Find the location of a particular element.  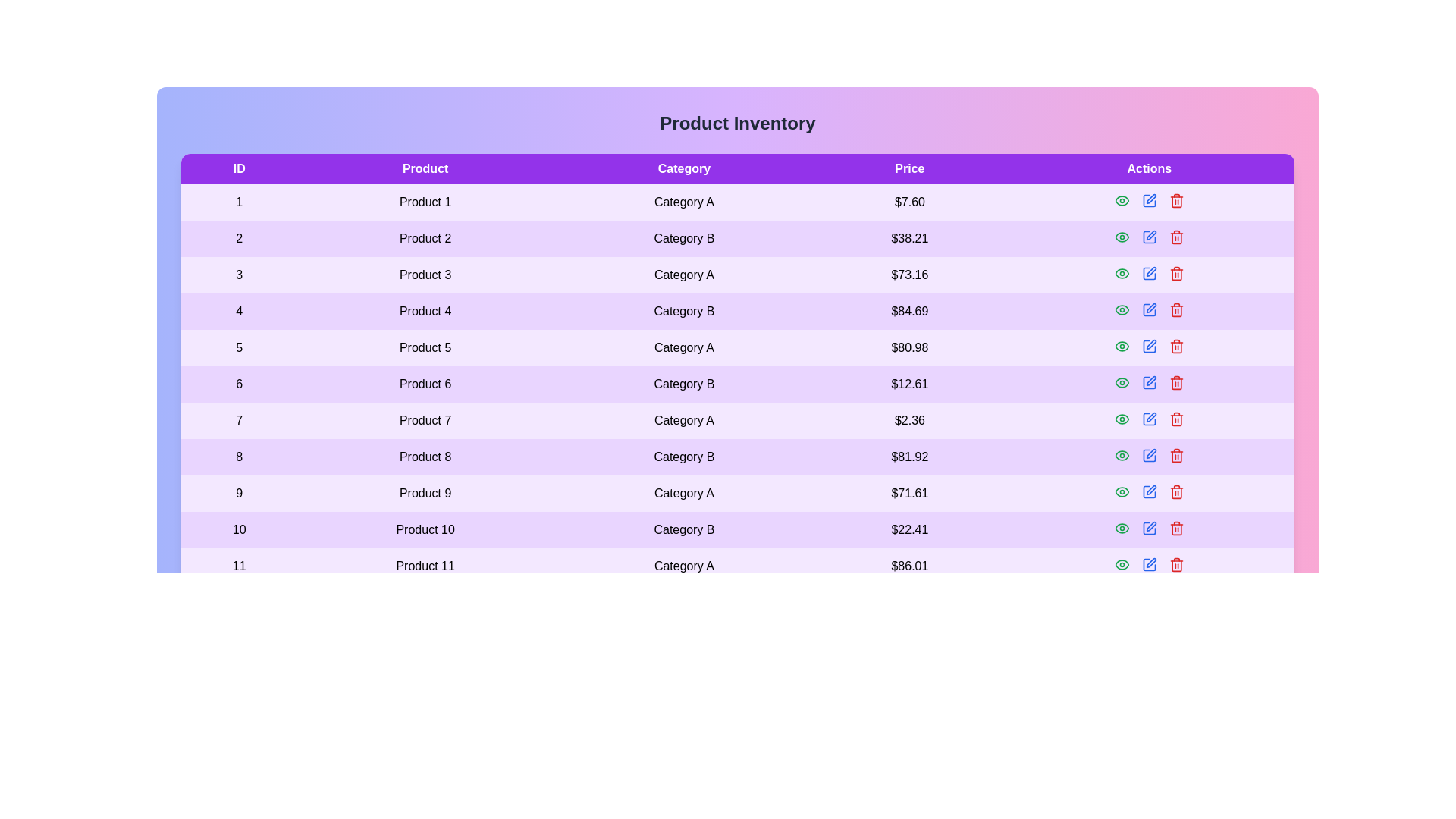

the column header Price to sort the table by that column is located at coordinates (909, 169).